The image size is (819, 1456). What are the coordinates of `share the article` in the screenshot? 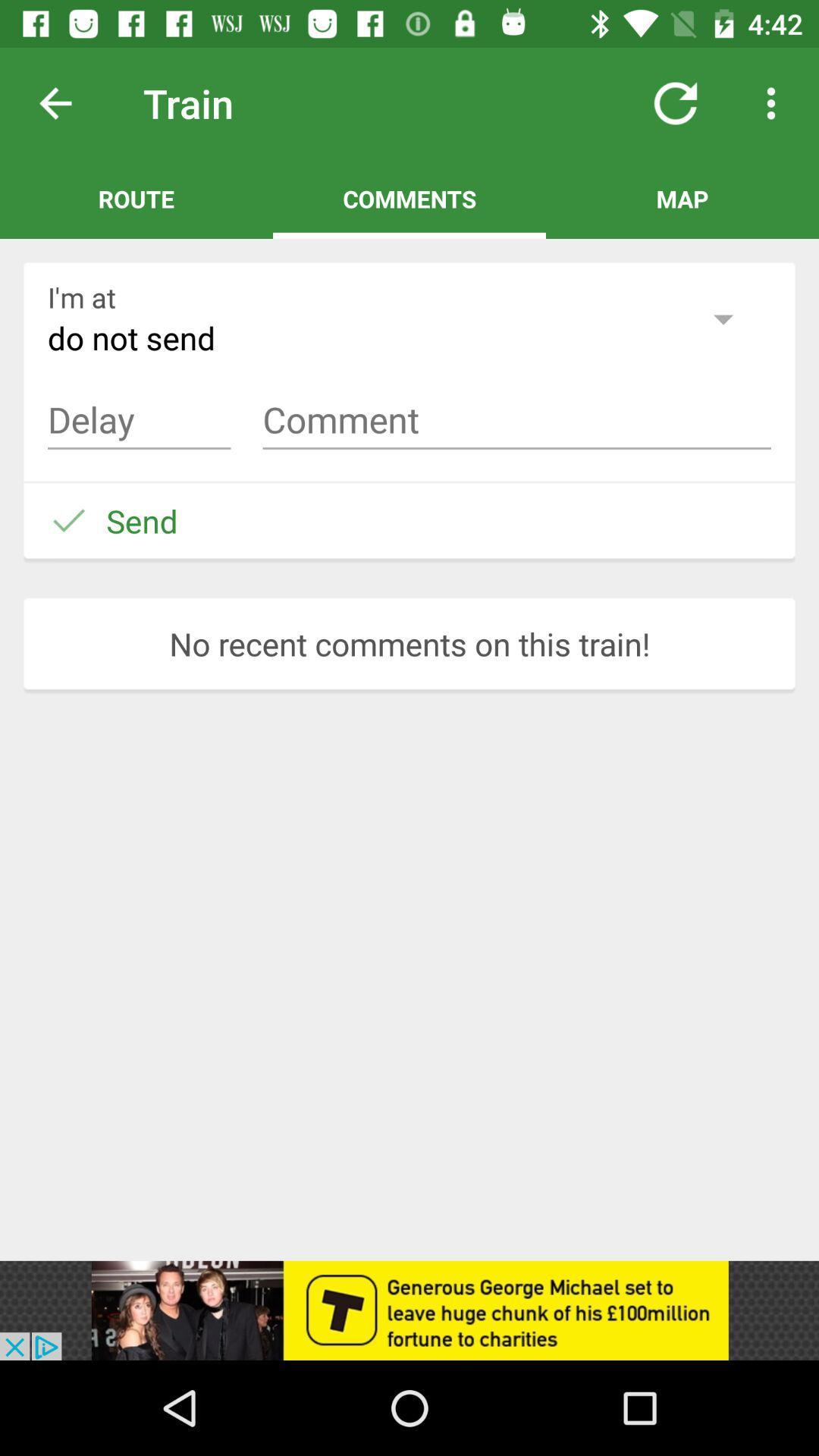 It's located at (409, 1310).